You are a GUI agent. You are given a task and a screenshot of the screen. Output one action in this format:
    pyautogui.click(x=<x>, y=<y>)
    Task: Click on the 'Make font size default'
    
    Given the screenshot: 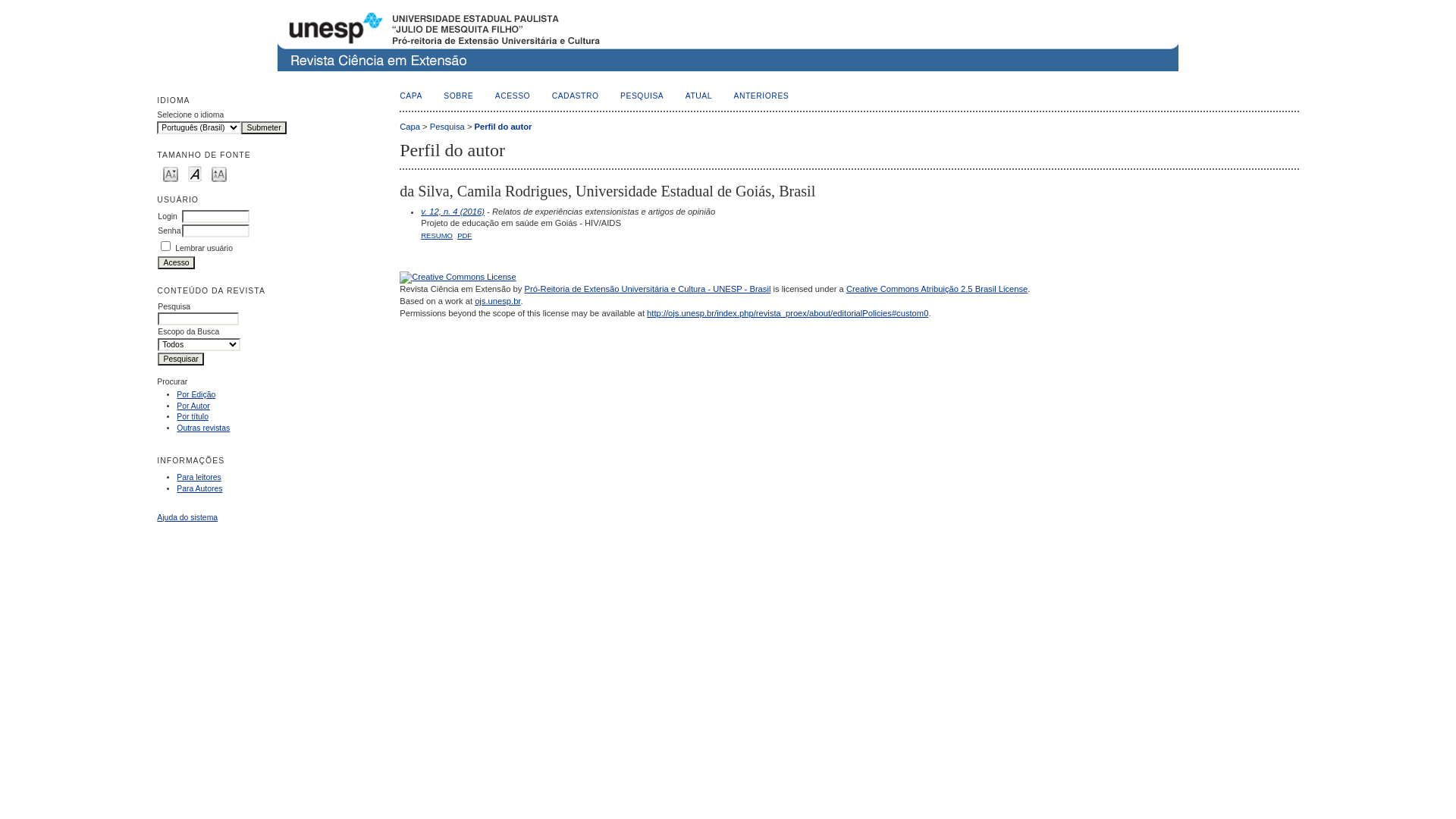 What is the action you would take?
    pyautogui.click(x=194, y=172)
    